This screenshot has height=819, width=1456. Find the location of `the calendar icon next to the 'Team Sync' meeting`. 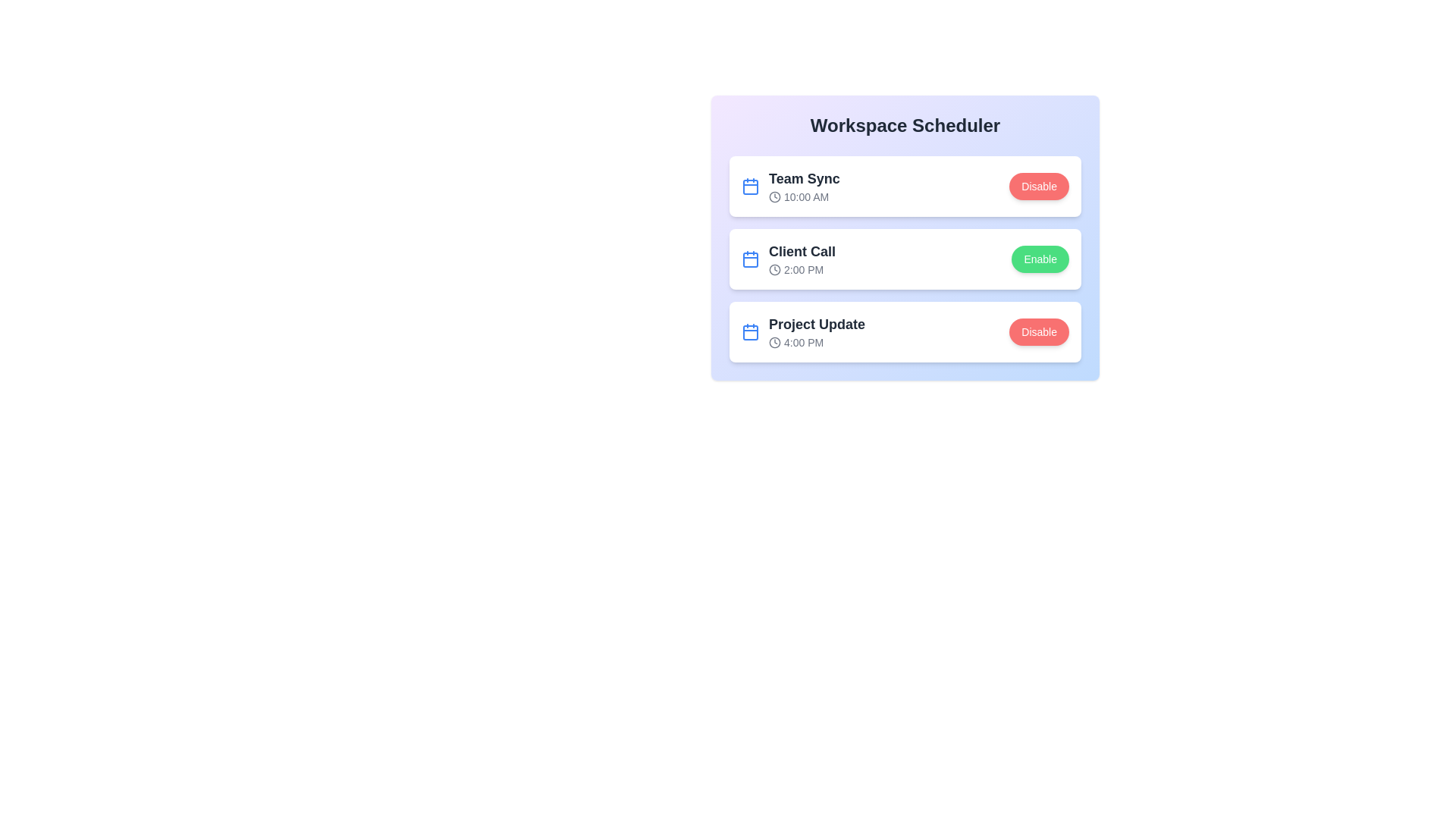

the calendar icon next to the 'Team Sync' meeting is located at coordinates (750, 186).